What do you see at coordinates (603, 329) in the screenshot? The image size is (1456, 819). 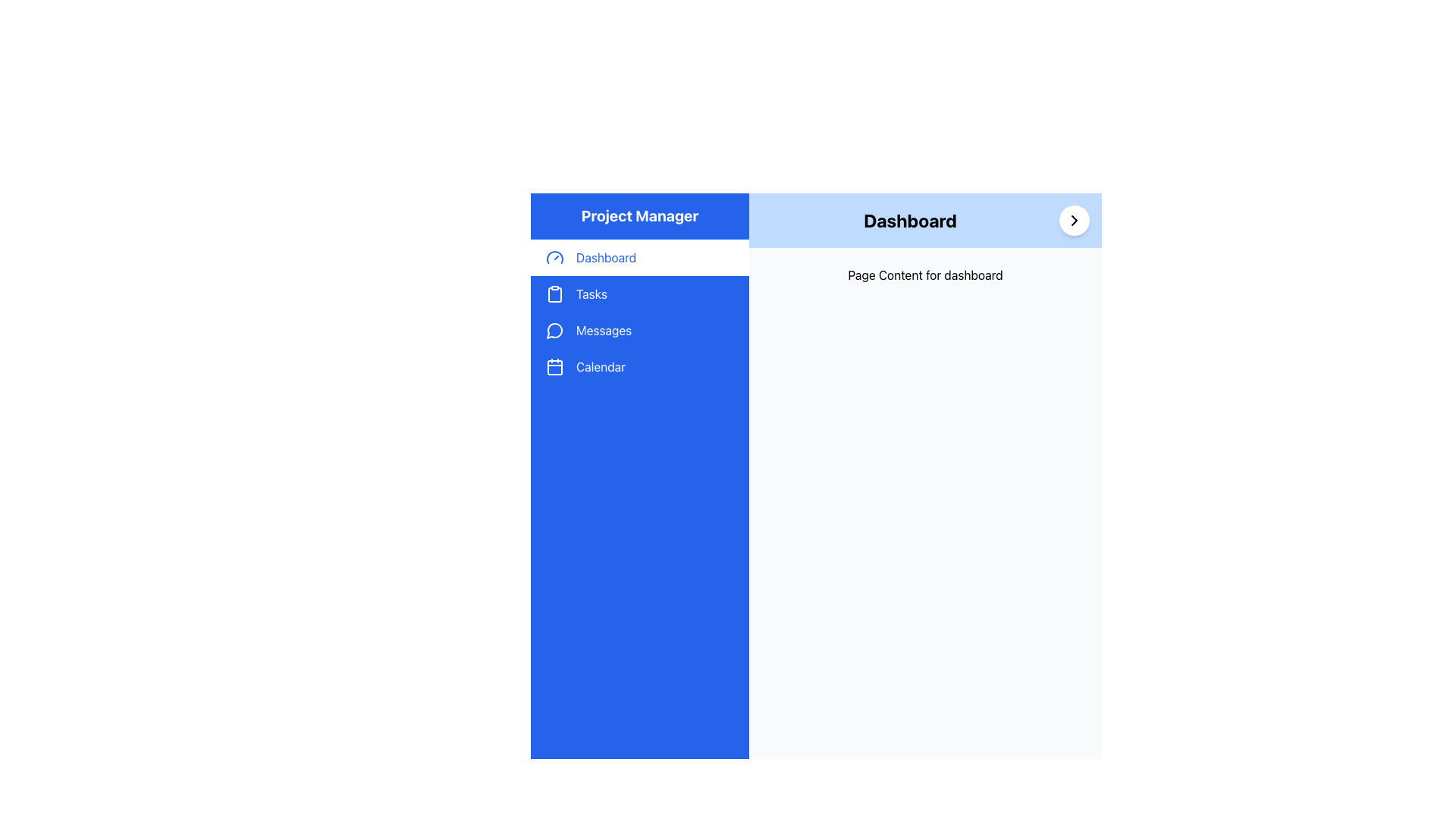 I see `keyboard navigation` at bounding box center [603, 329].